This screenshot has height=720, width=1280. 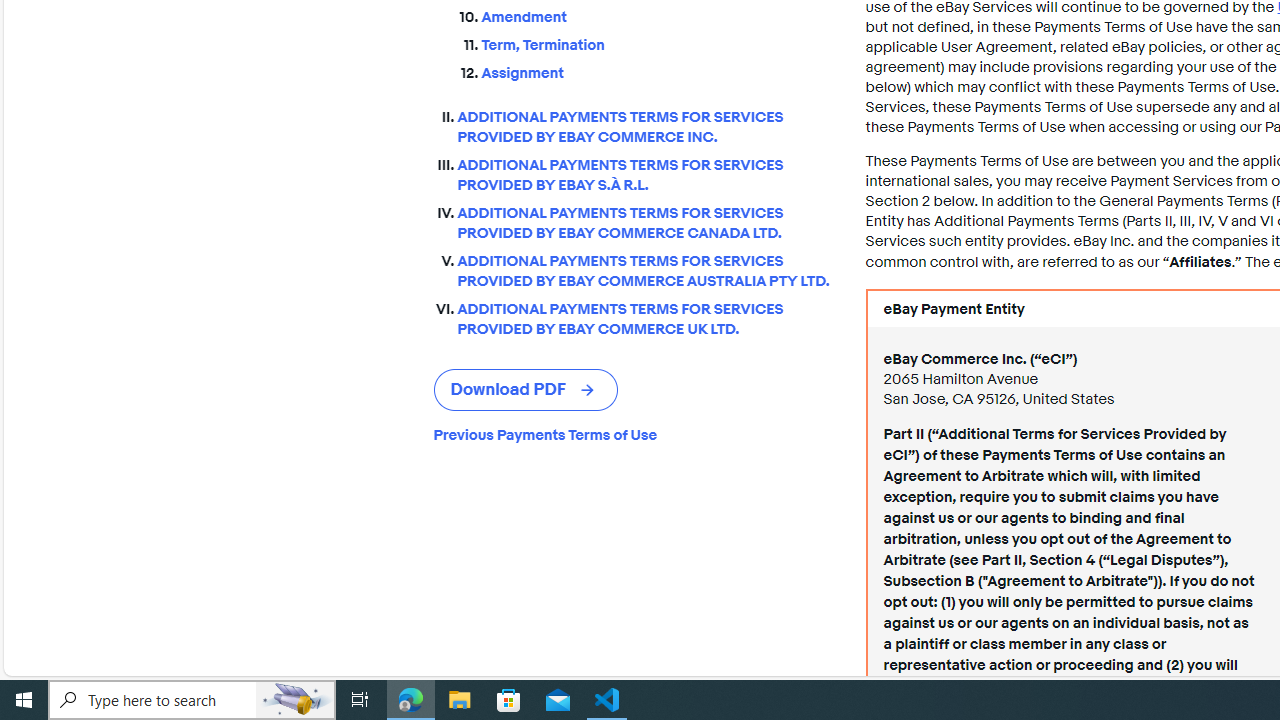 I want to click on 'Previous Payments Terms of Use', so click(x=632, y=434).